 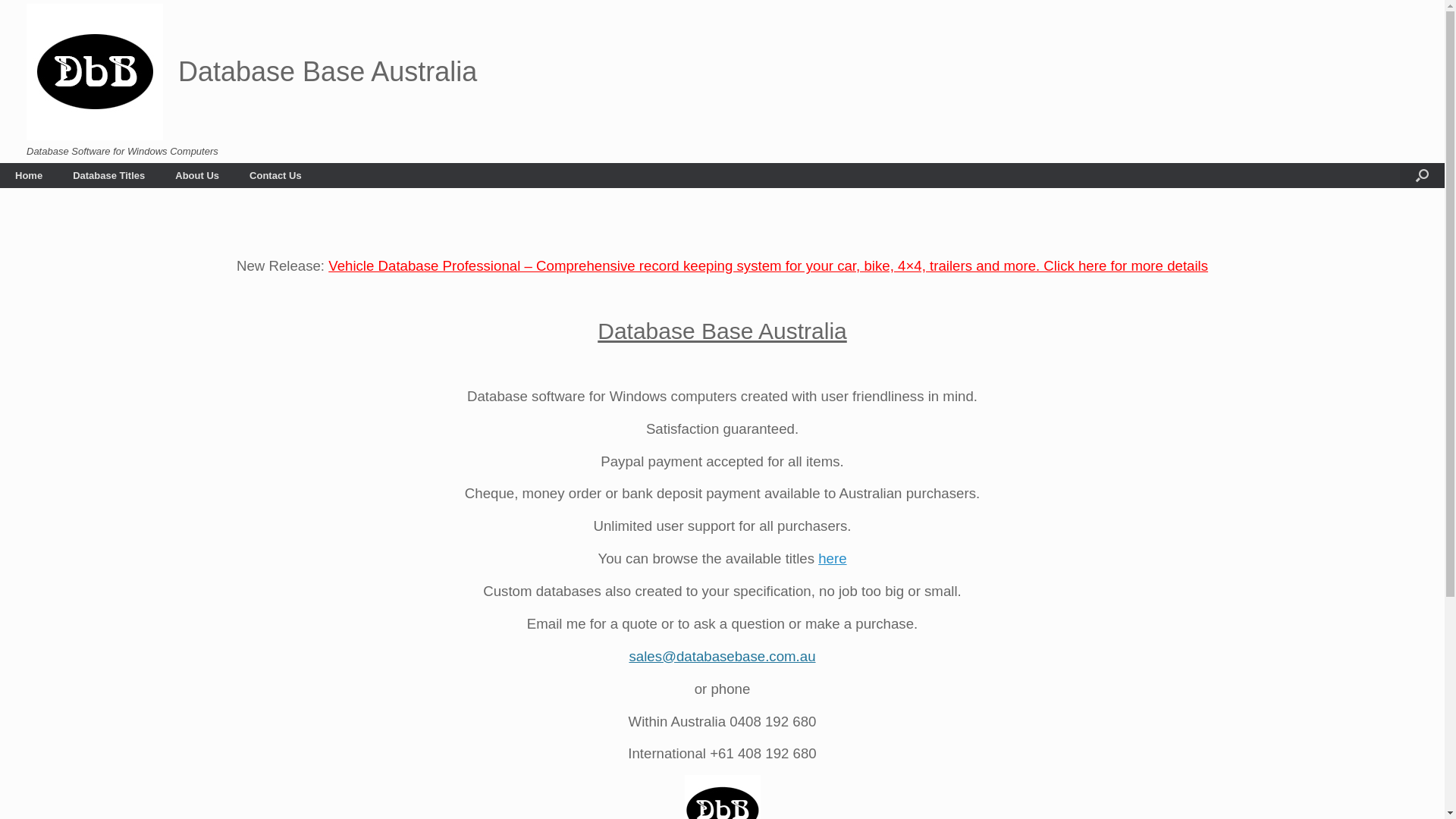 I want to click on 'here', so click(x=817, y=558).